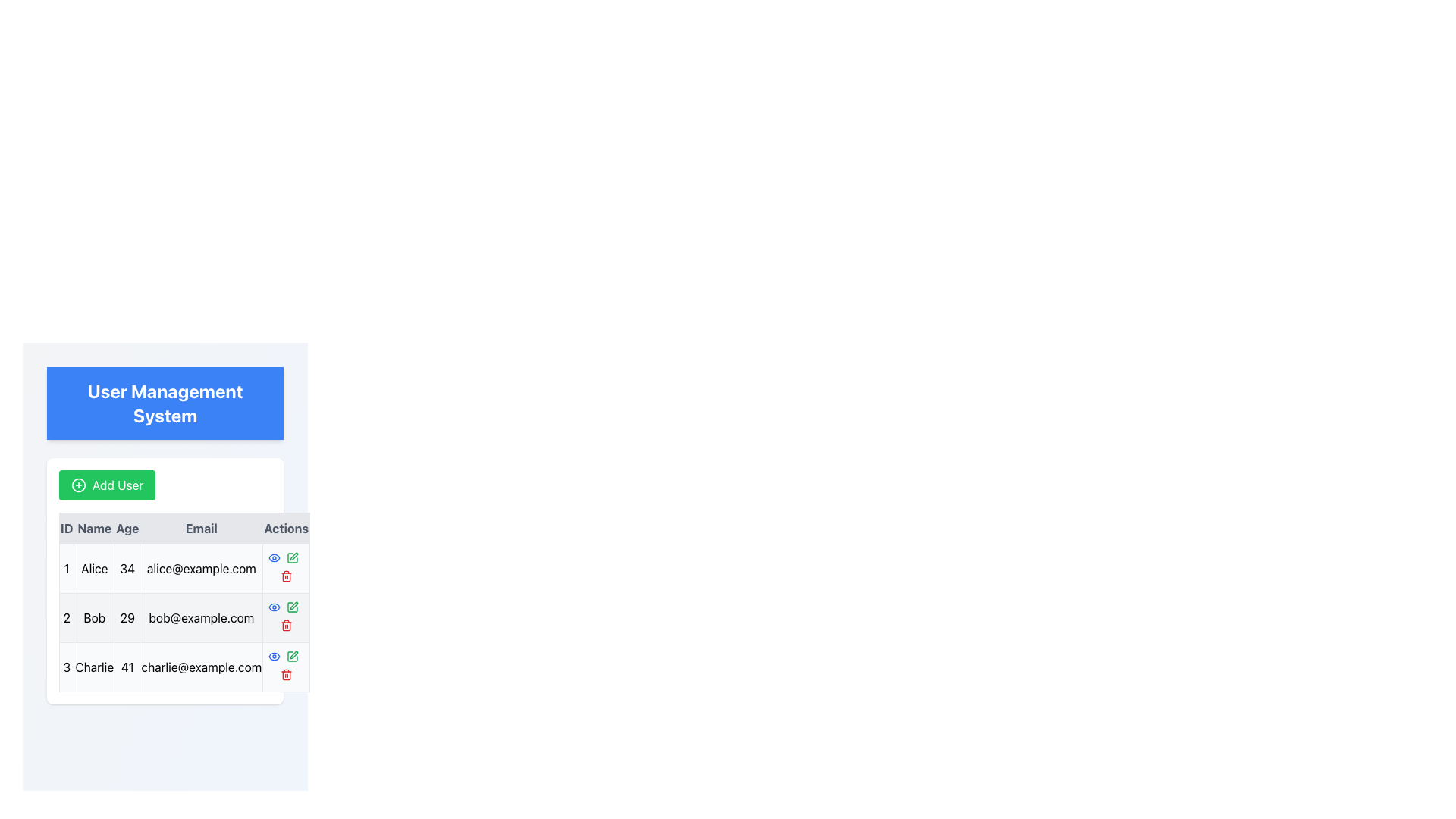 Image resolution: width=1456 pixels, height=819 pixels. Describe the element at coordinates (293, 654) in the screenshot. I see `the 'Edit' icon for the user 'Charlie' located as the second icon in the 'Actions' column of the table` at that location.